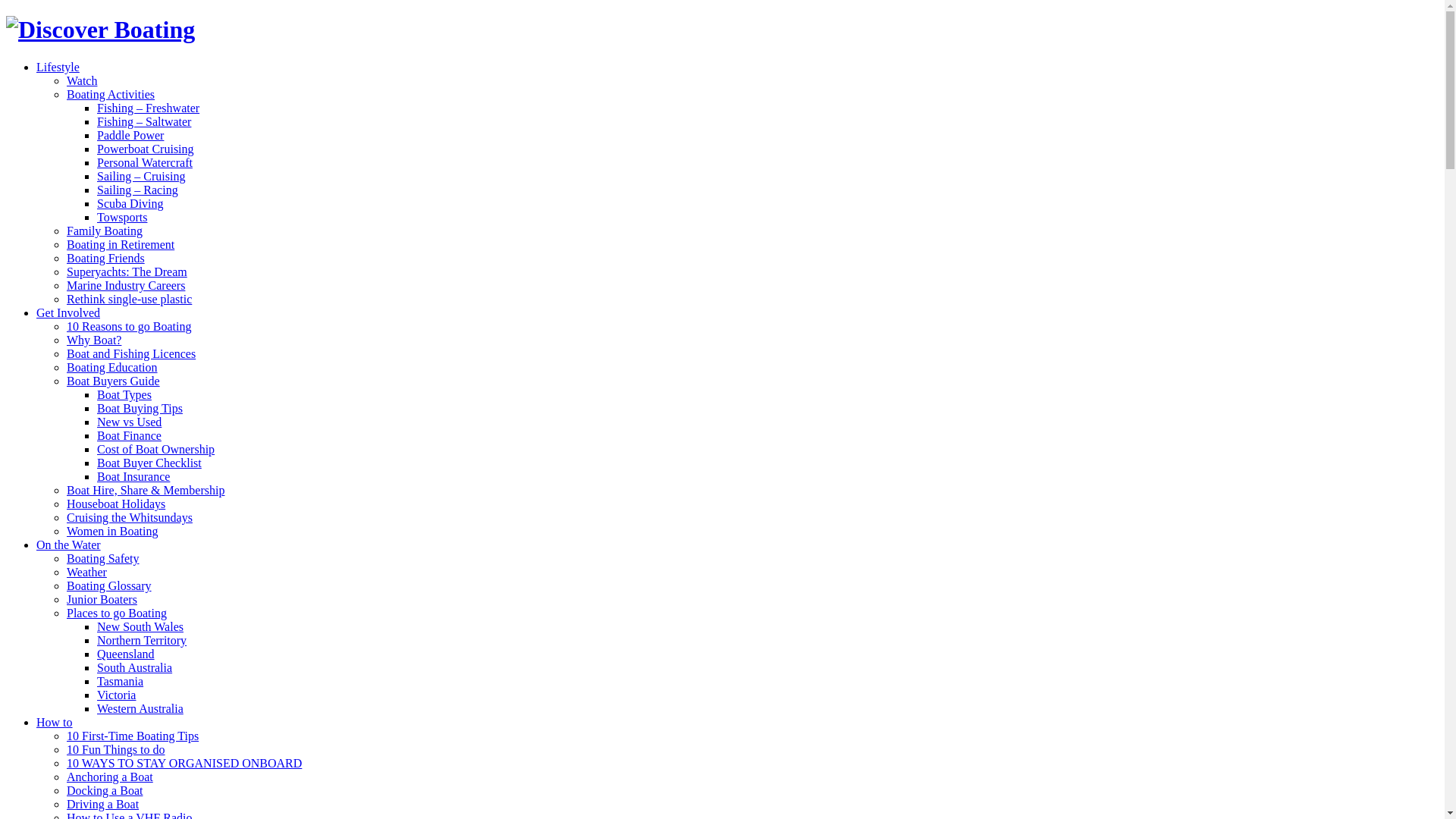  Describe the element at coordinates (93, 339) in the screenshot. I see `'Why Boat?'` at that location.